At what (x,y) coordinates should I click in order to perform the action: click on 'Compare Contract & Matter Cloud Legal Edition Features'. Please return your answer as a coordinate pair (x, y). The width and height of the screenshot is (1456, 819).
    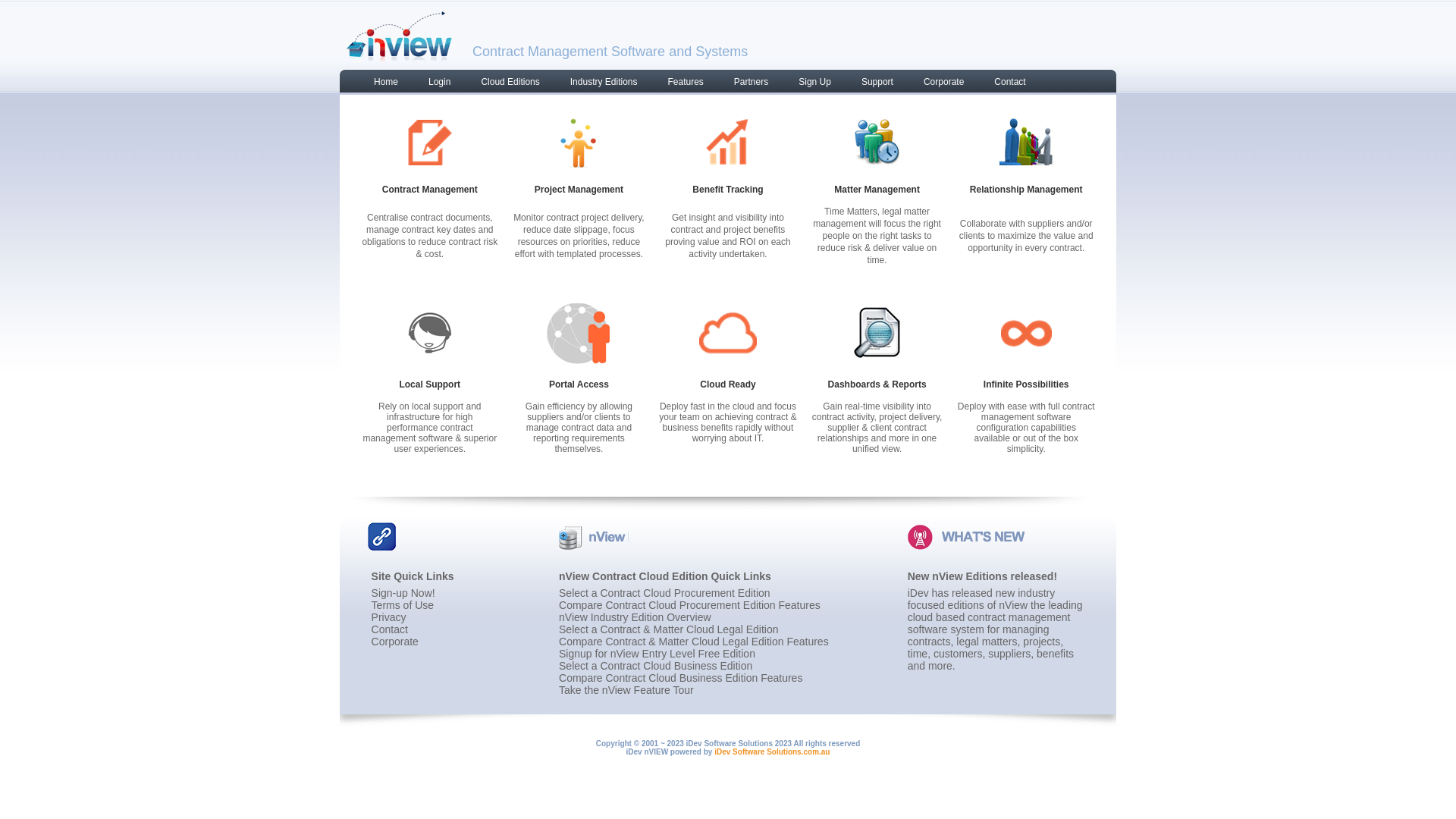
    Looking at the image, I should click on (693, 641).